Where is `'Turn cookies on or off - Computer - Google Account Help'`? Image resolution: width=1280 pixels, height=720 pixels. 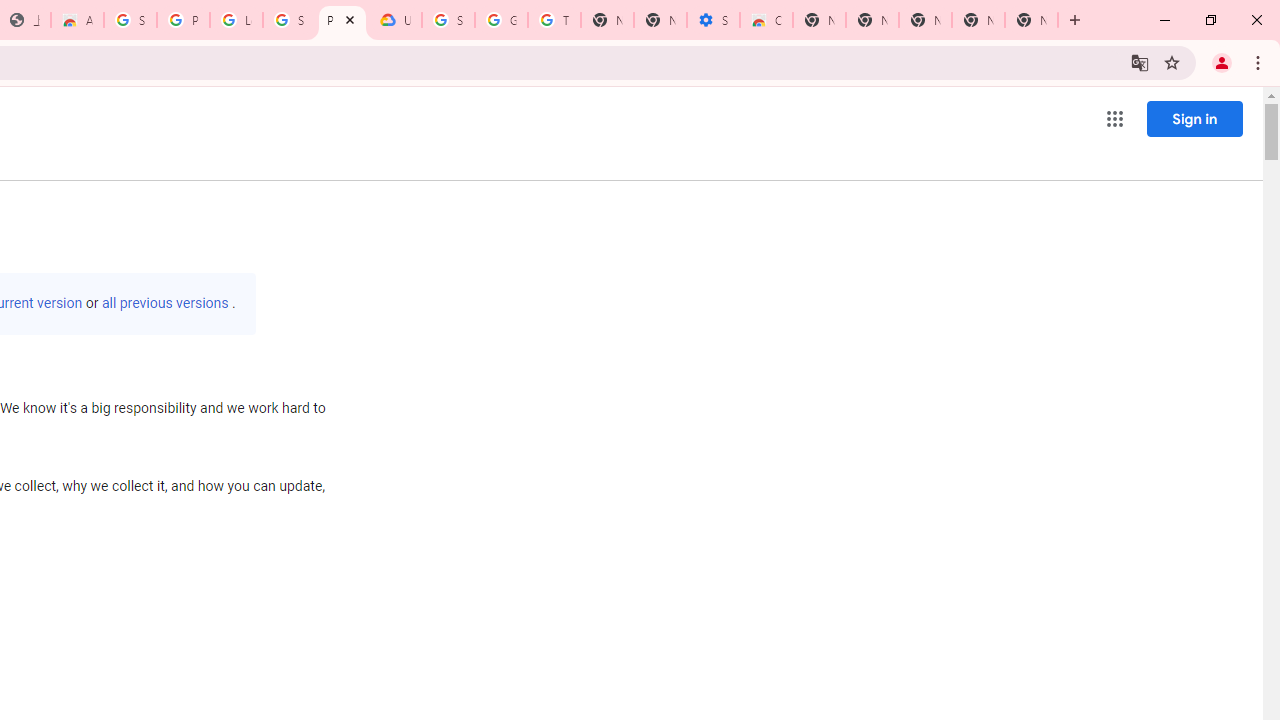
'Turn cookies on or off - Computer - Google Account Help' is located at coordinates (554, 20).